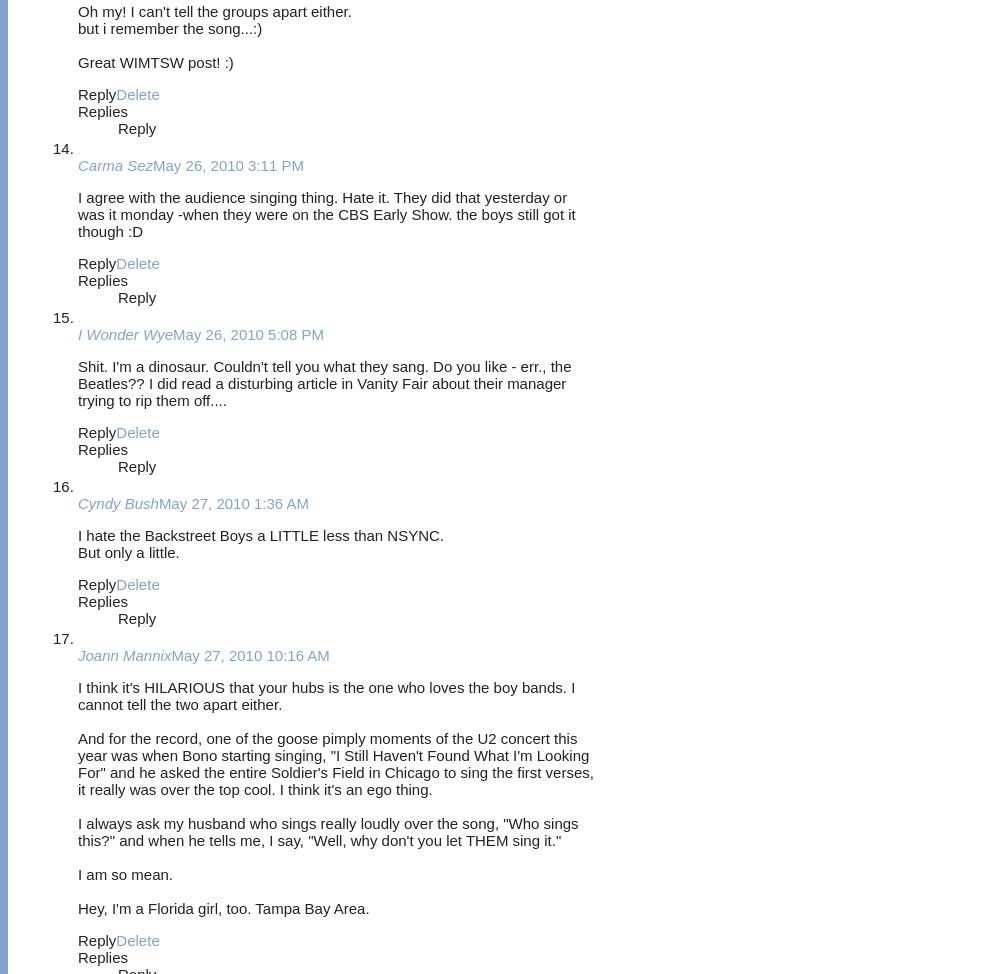  What do you see at coordinates (125, 333) in the screenshot?
I see `'I Wonder Wye'` at bounding box center [125, 333].